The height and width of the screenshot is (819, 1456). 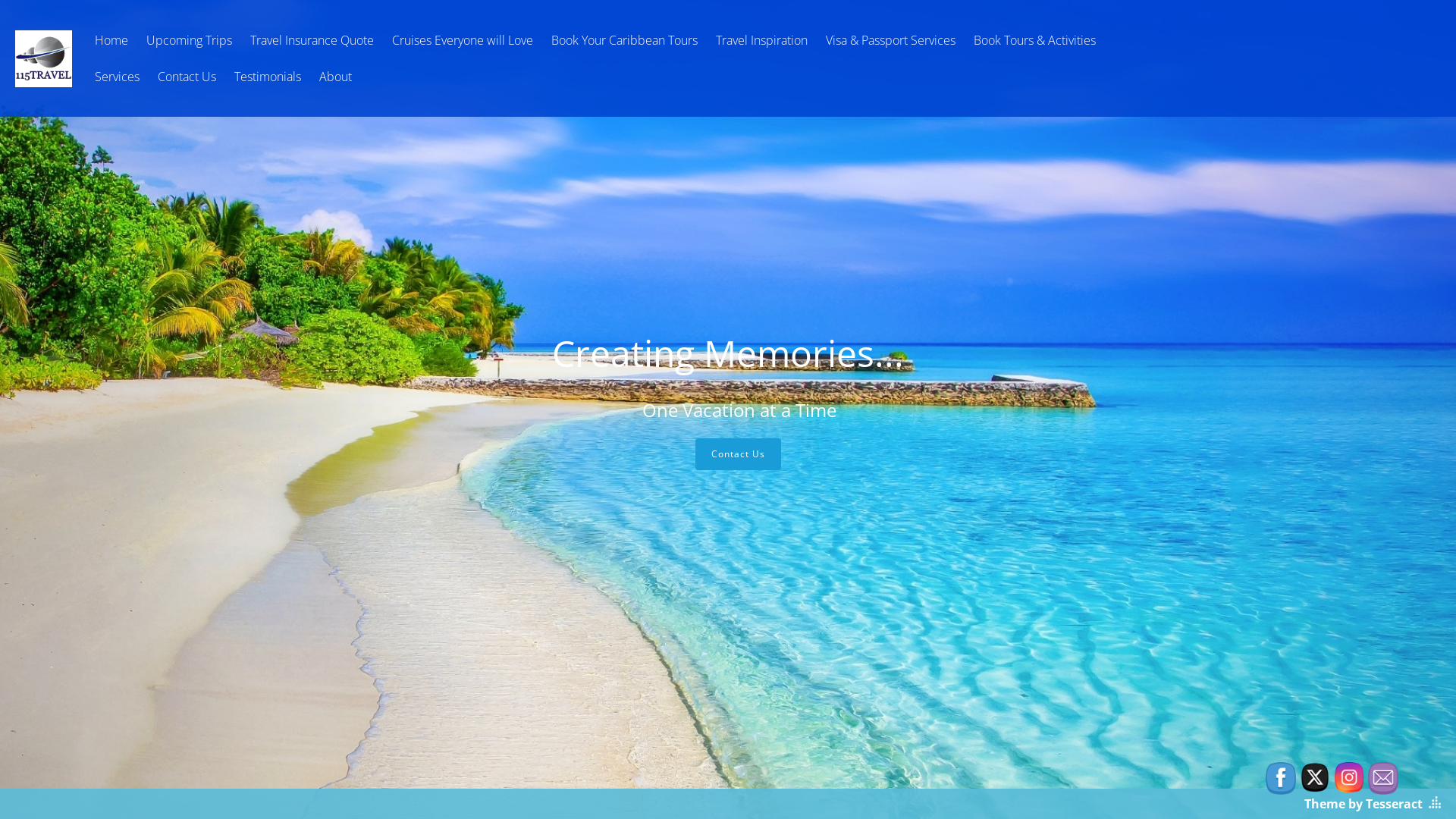 What do you see at coordinates (334, 76) in the screenshot?
I see `'About'` at bounding box center [334, 76].